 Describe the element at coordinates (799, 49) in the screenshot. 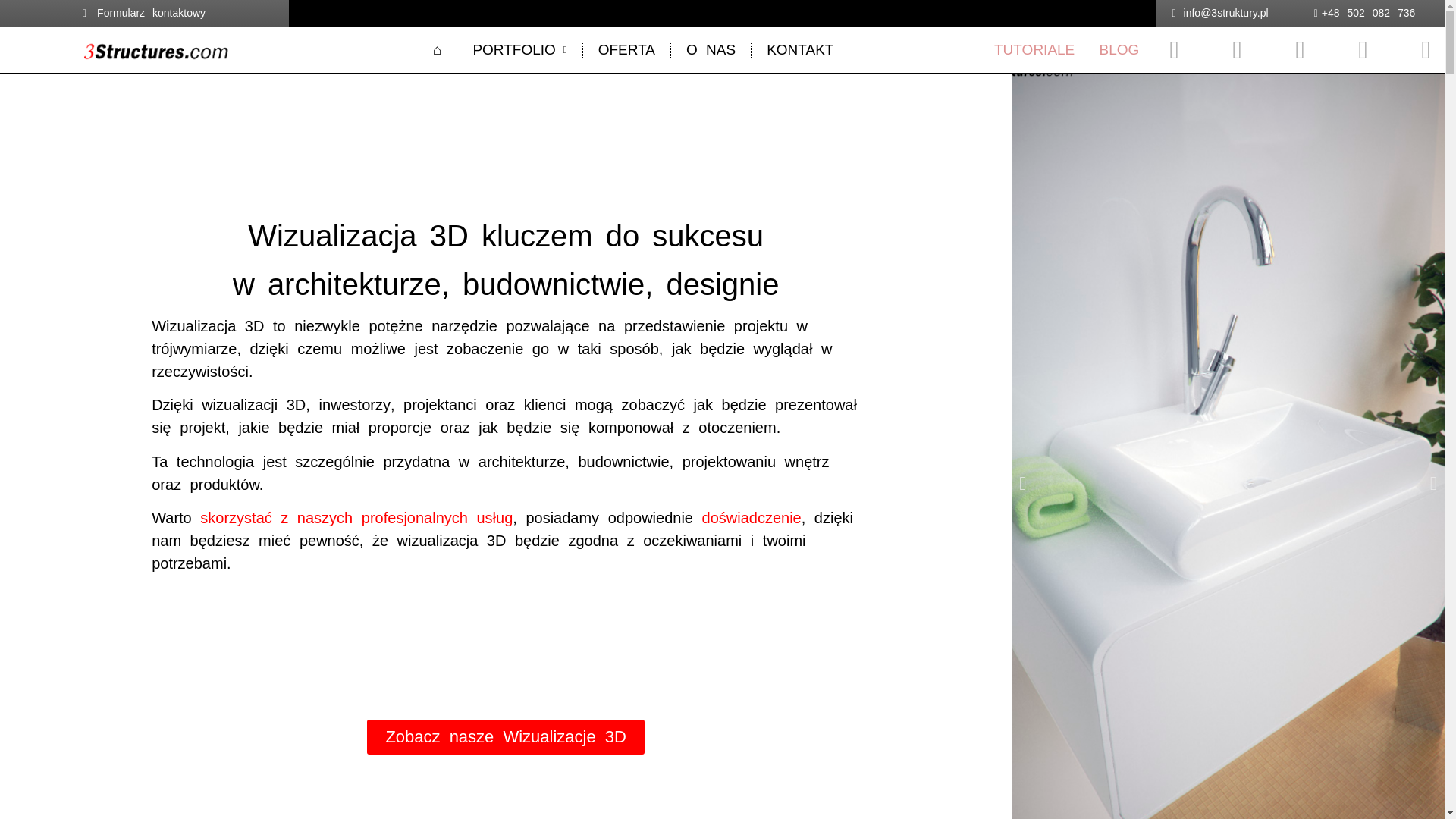

I see `'KONTAKT'` at that location.